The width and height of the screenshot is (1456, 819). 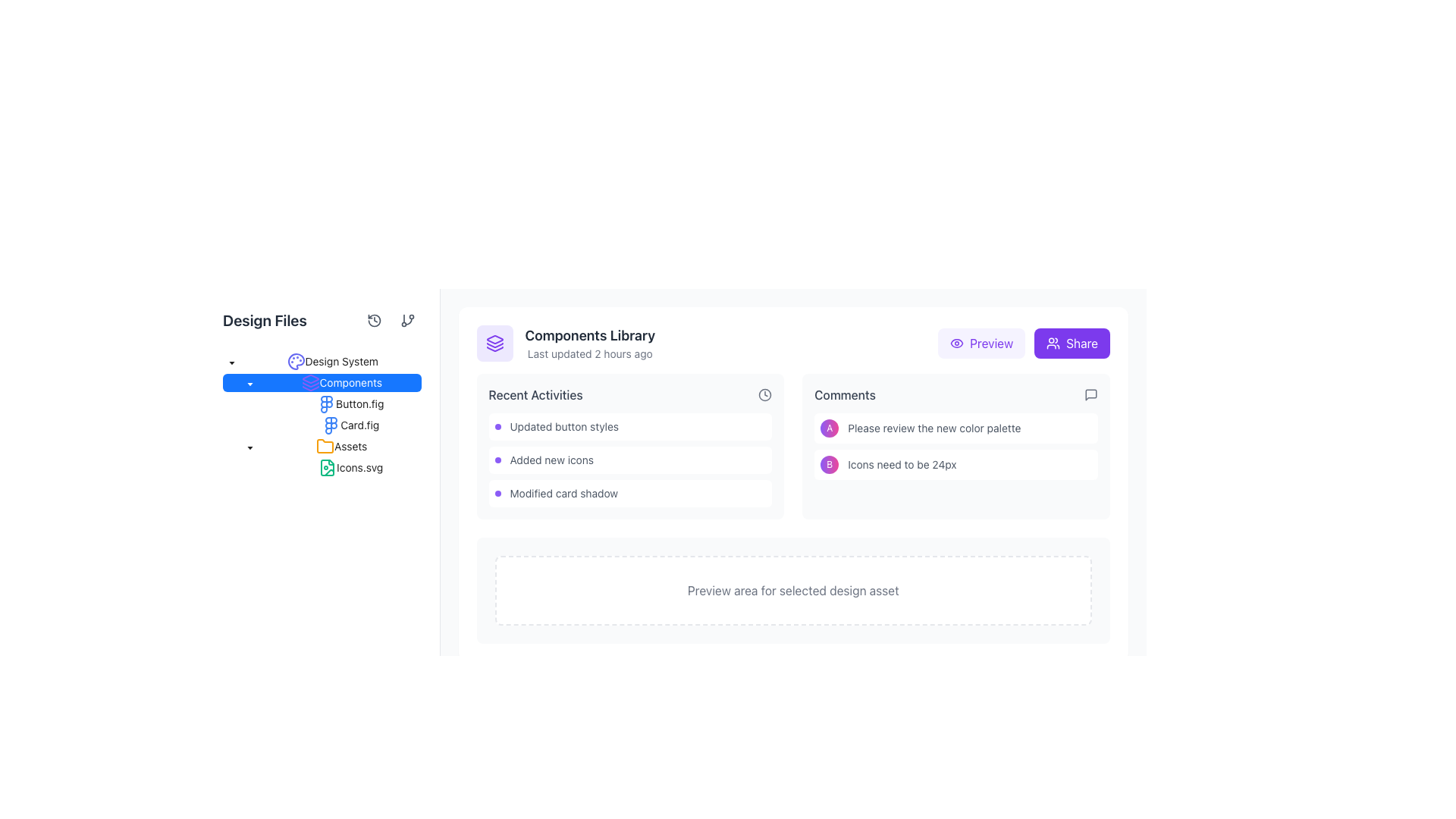 What do you see at coordinates (374, 320) in the screenshot?
I see `the clock icon with a counterclockwise arrow located in the sidebar near the 'Design Files' header` at bounding box center [374, 320].